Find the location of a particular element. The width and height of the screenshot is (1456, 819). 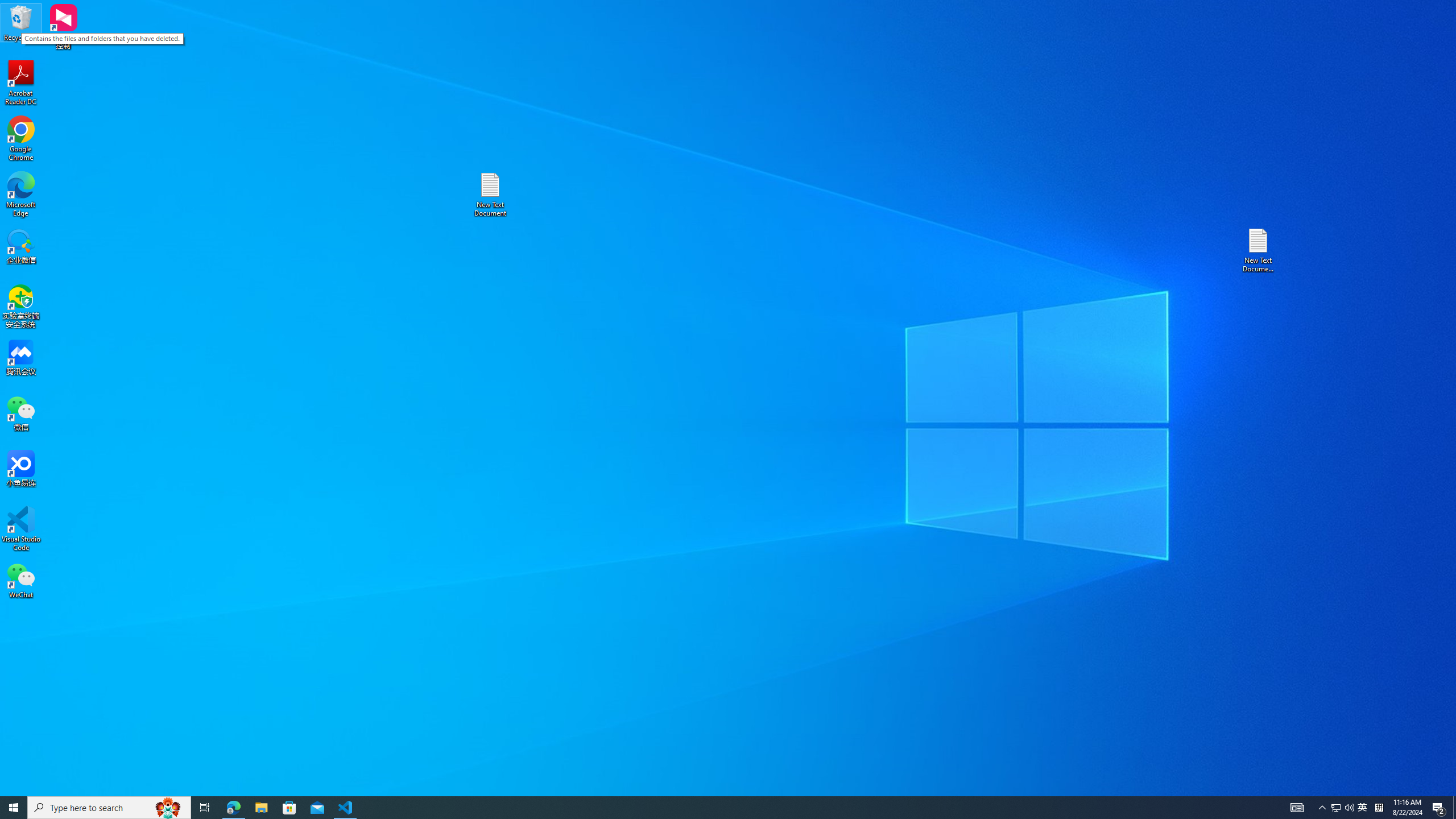

'User Promoted Notification Area' is located at coordinates (1342, 806).